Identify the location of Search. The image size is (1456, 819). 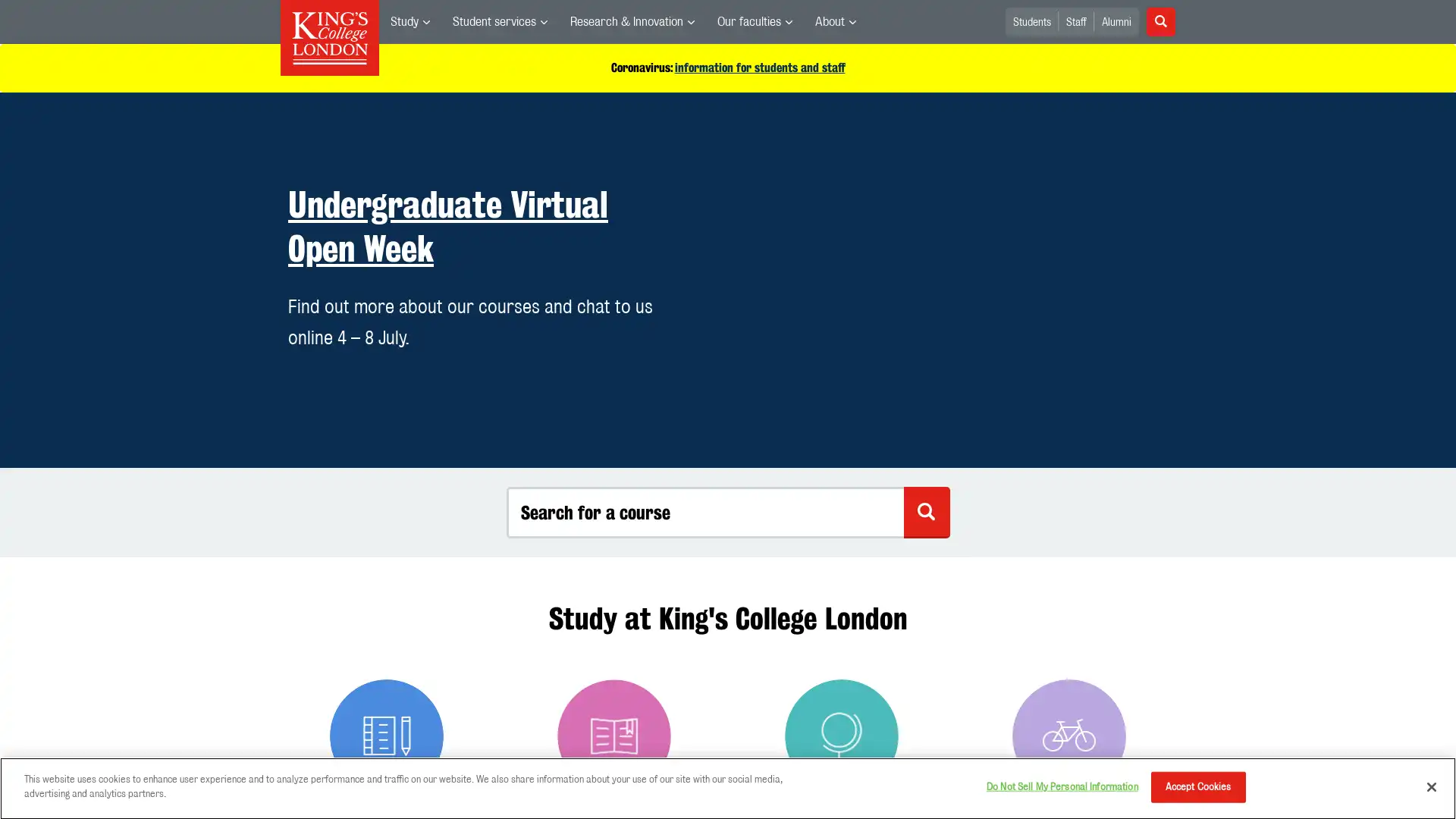
(1160, 22).